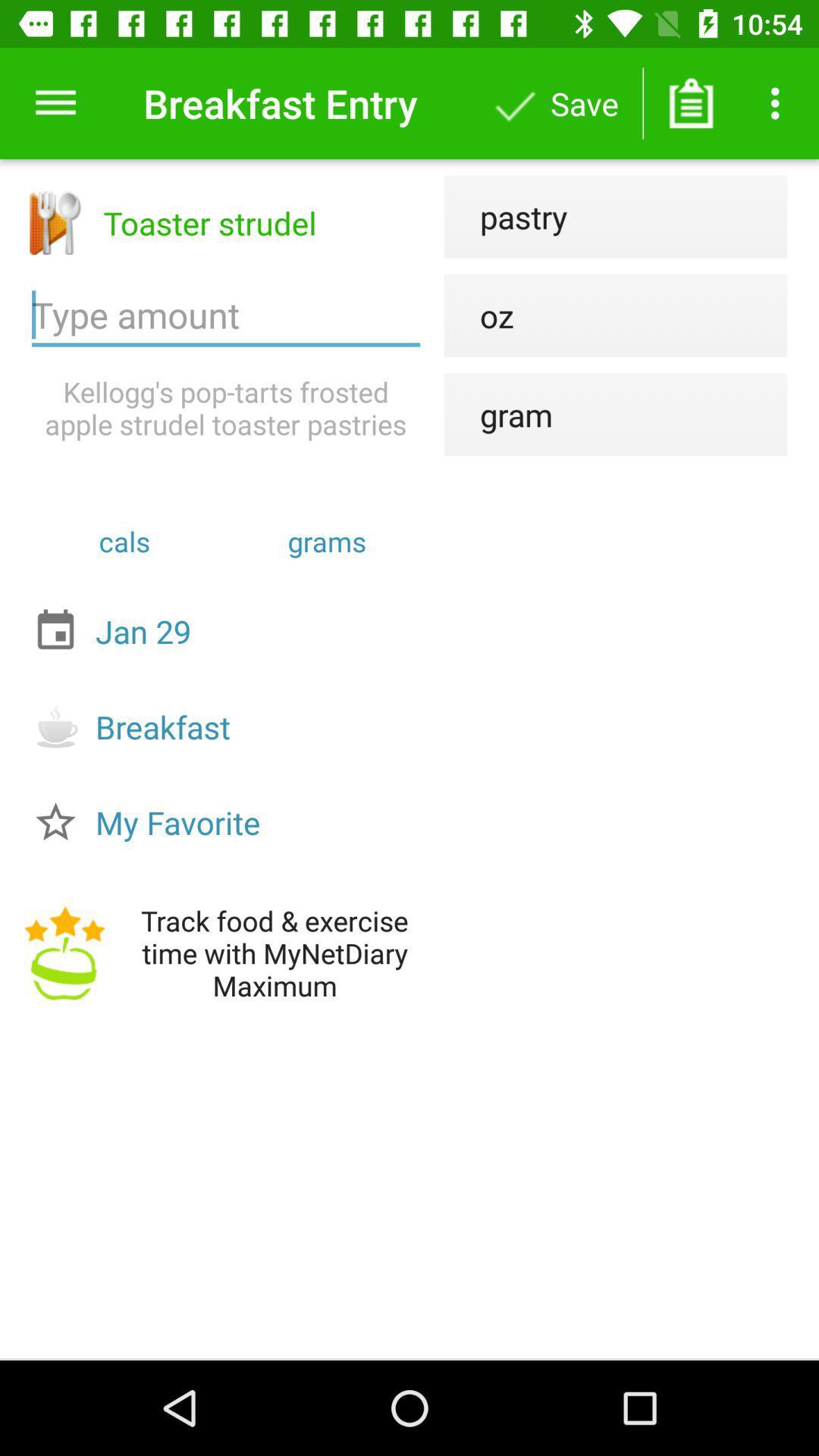  What do you see at coordinates (230, 631) in the screenshot?
I see `icon above the breakfast icon` at bounding box center [230, 631].